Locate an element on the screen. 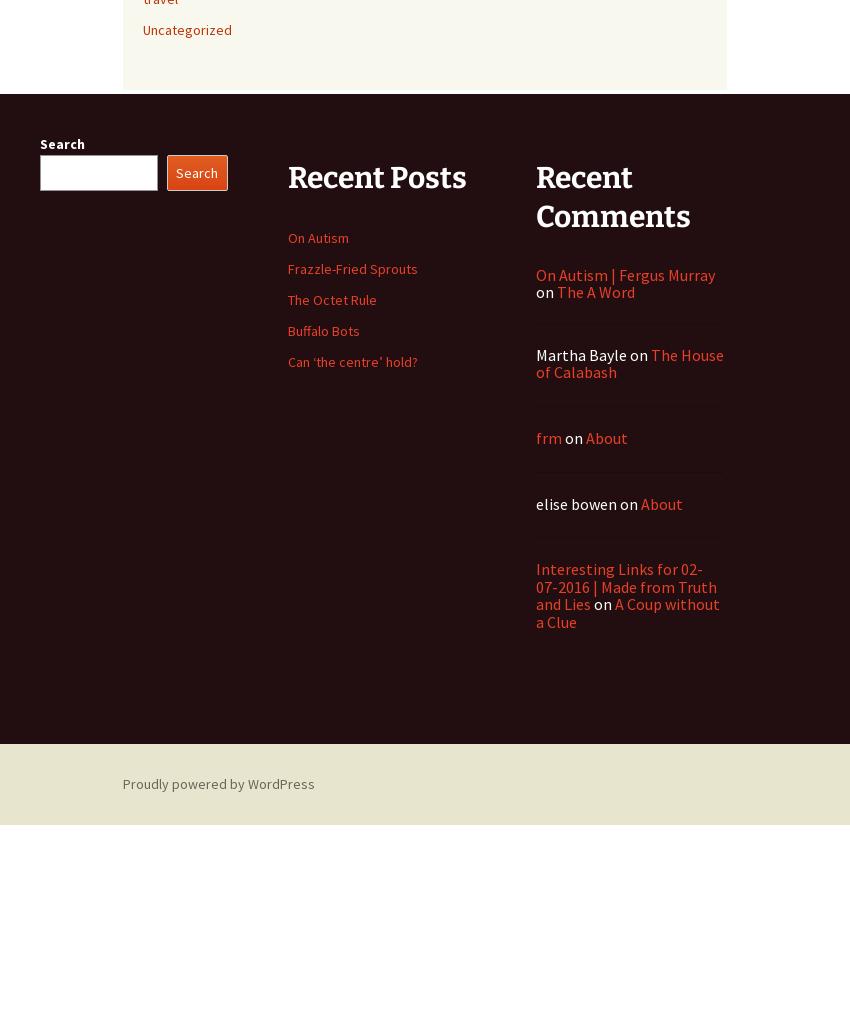  'Buffalo Bots' is located at coordinates (324, 329).